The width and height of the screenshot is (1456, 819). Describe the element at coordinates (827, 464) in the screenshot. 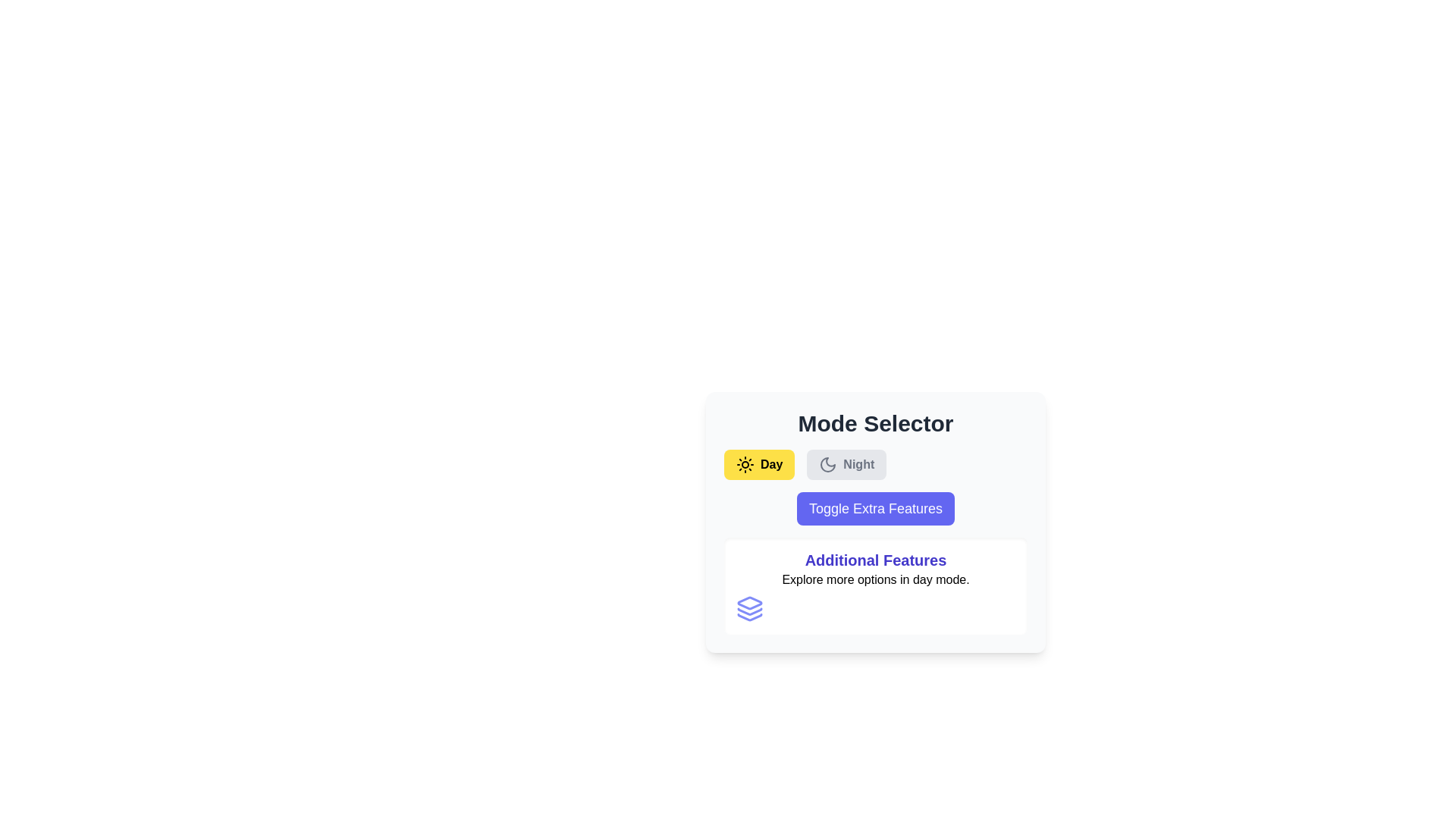

I see `the crescent moon icon outlined in gray, located next to the 'Night' label` at that location.